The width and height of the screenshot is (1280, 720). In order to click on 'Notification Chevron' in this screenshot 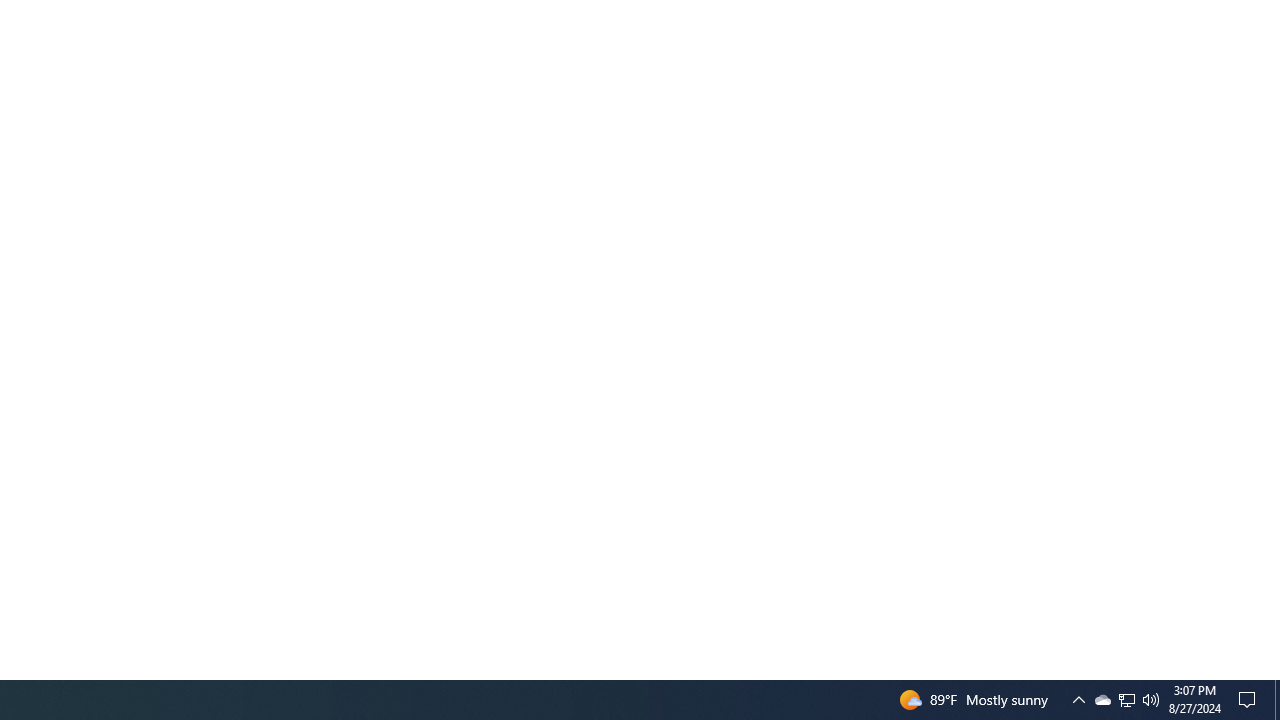, I will do `click(1078, 698)`.